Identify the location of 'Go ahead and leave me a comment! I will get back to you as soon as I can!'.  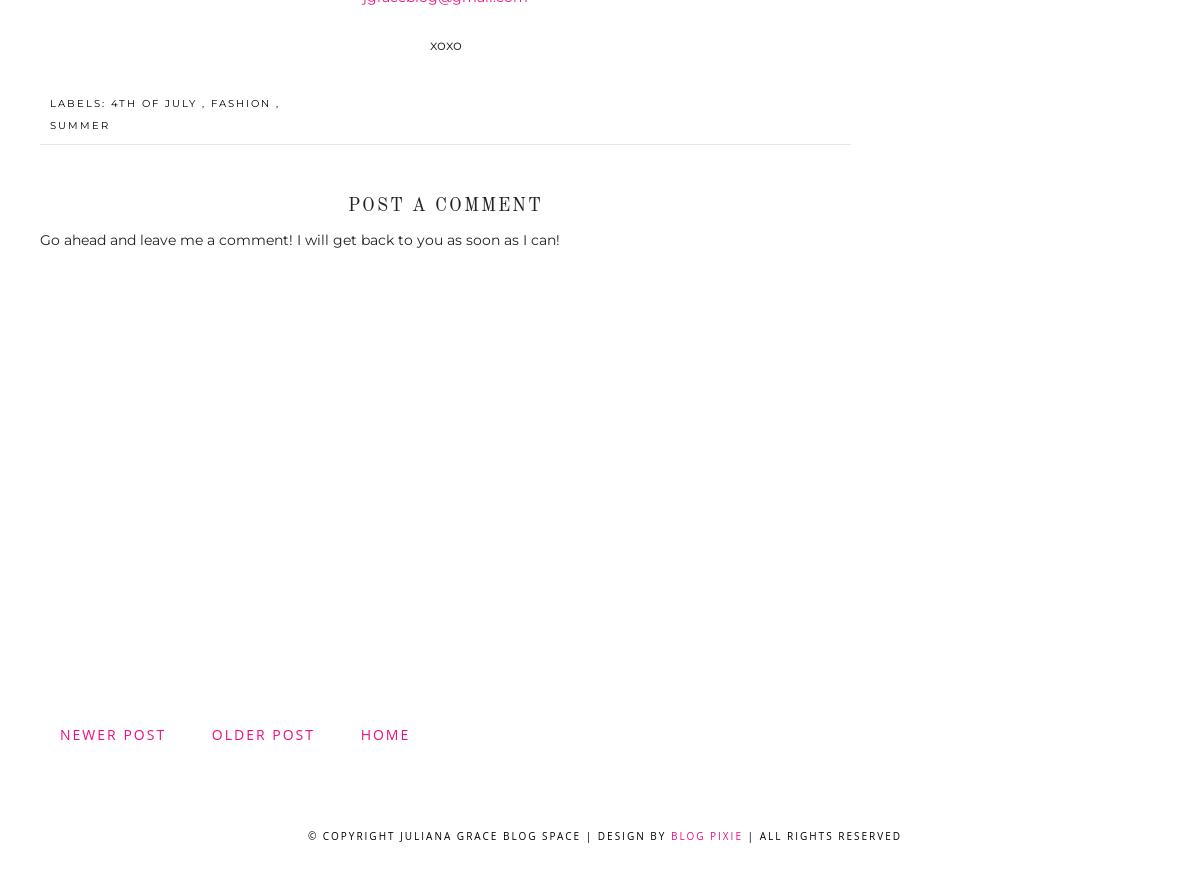
(39, 238).